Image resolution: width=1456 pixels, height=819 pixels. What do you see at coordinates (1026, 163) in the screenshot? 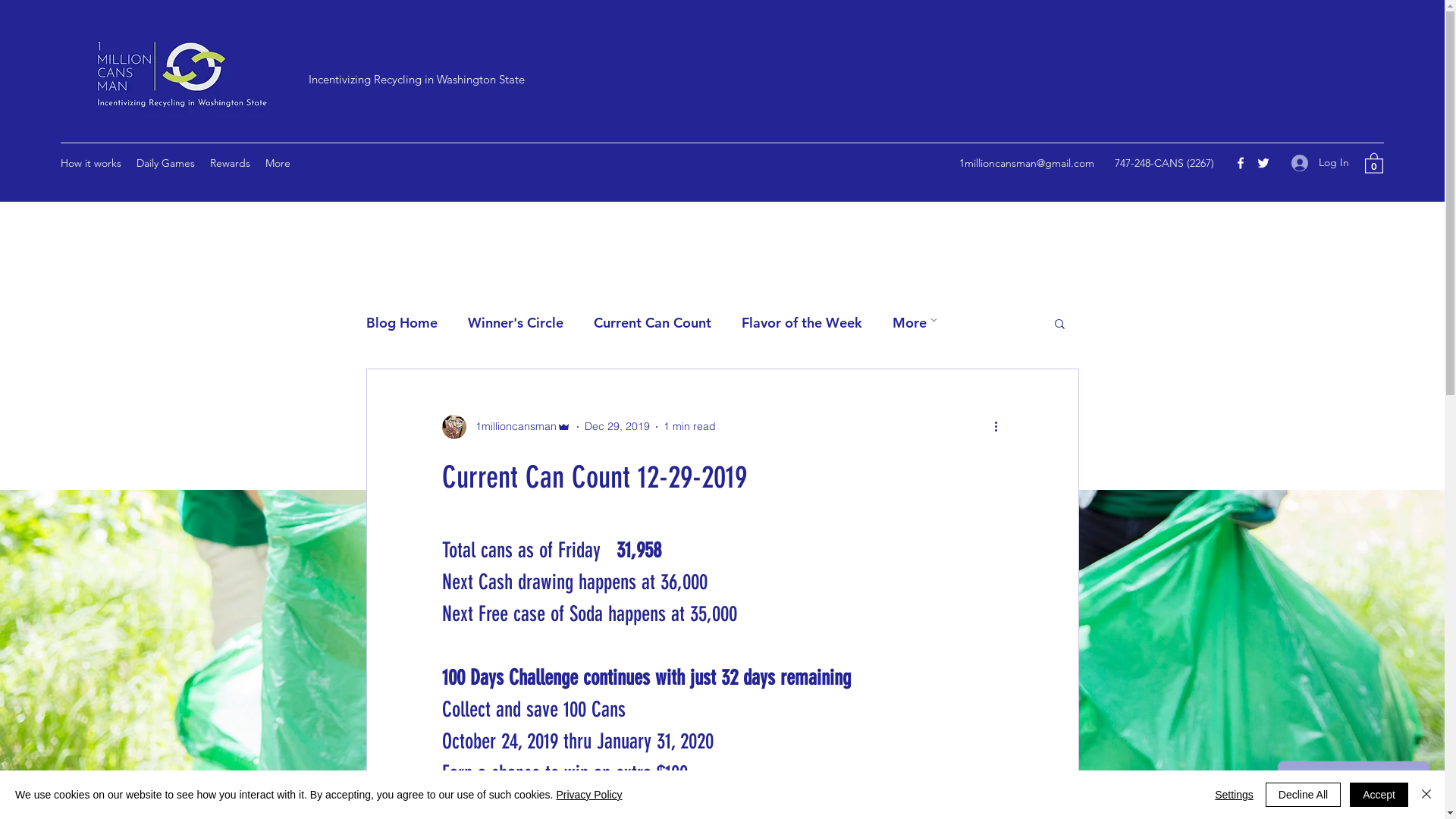
I see `'1millioncansman@gmail.com'` at bounding box center [1026, 163].